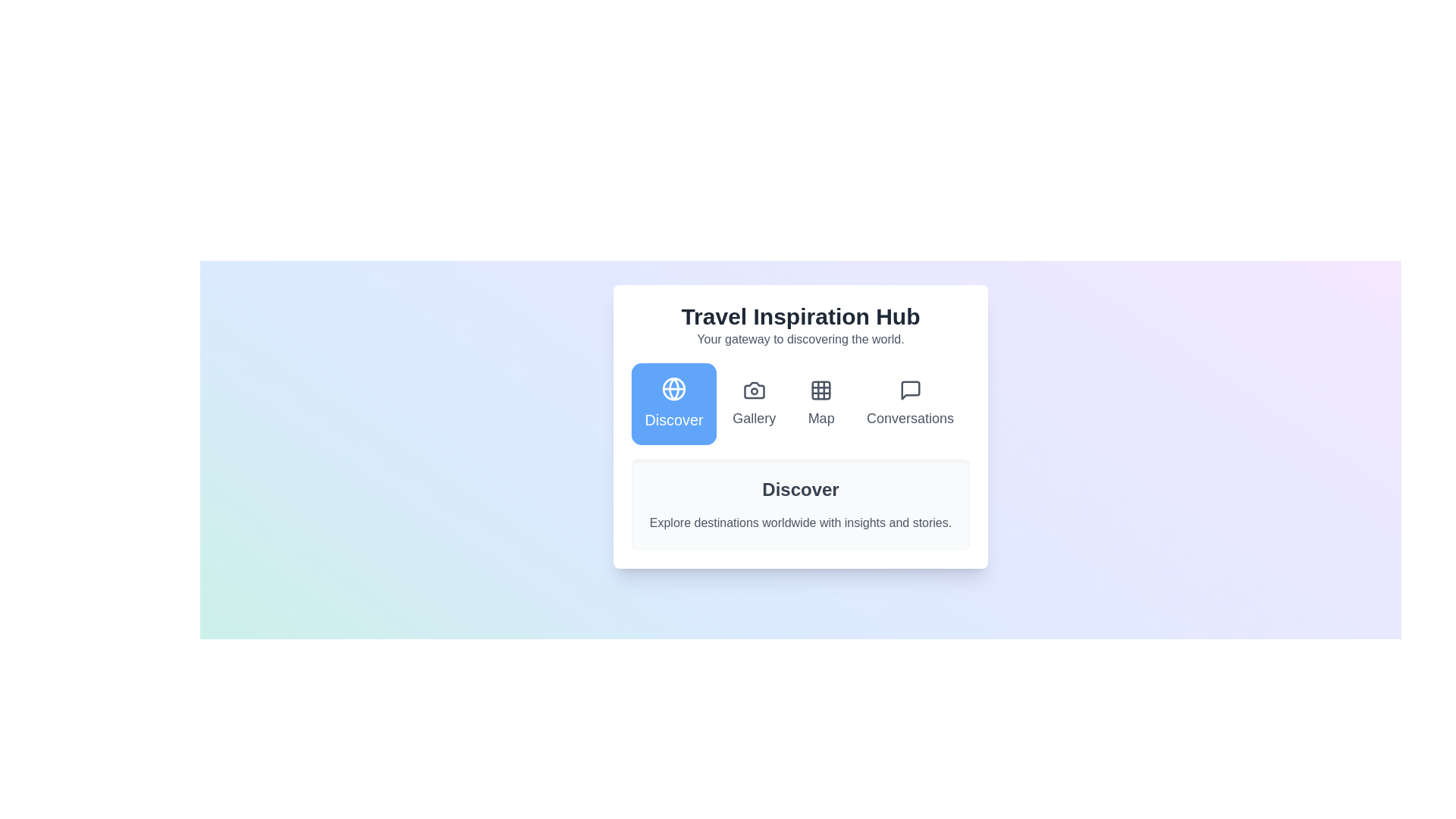 This screenshot has height=819, width=1456. What do you see at coordinates (754, 403) in the screenshot?
I see `the 'Gallery' button located in the 'Travel Inspiration Hub' interface, which is the second button in a sequence of four buttons, positioned to the right of the 'Discover' button and to the left of the 'Map' button` at bounding box center [754, 403].